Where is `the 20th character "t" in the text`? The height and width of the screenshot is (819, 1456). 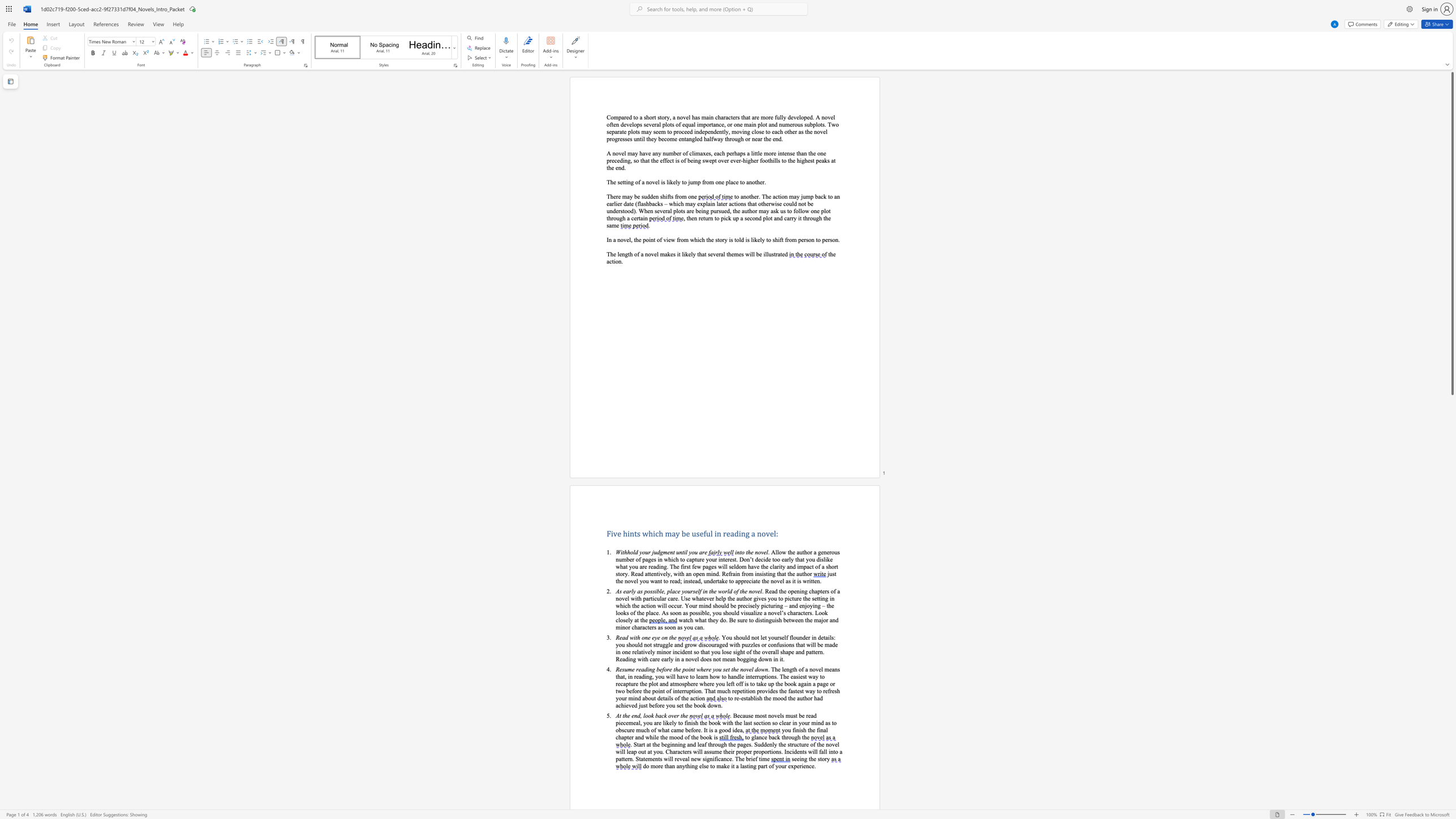 the 20th character "t" in the text is located at coordinates (640, 619).